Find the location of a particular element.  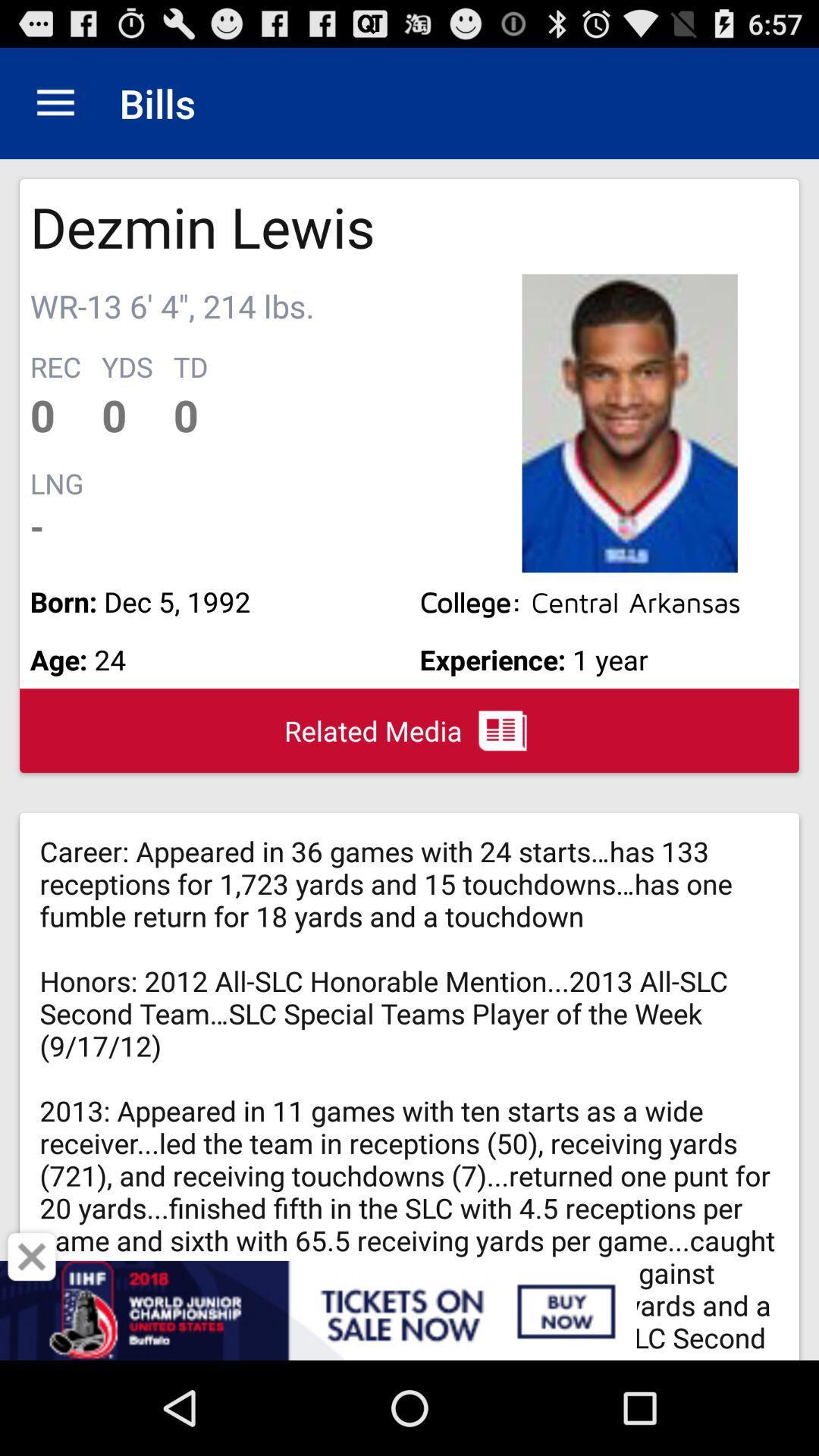

close is located at coordinates (32, 1257).